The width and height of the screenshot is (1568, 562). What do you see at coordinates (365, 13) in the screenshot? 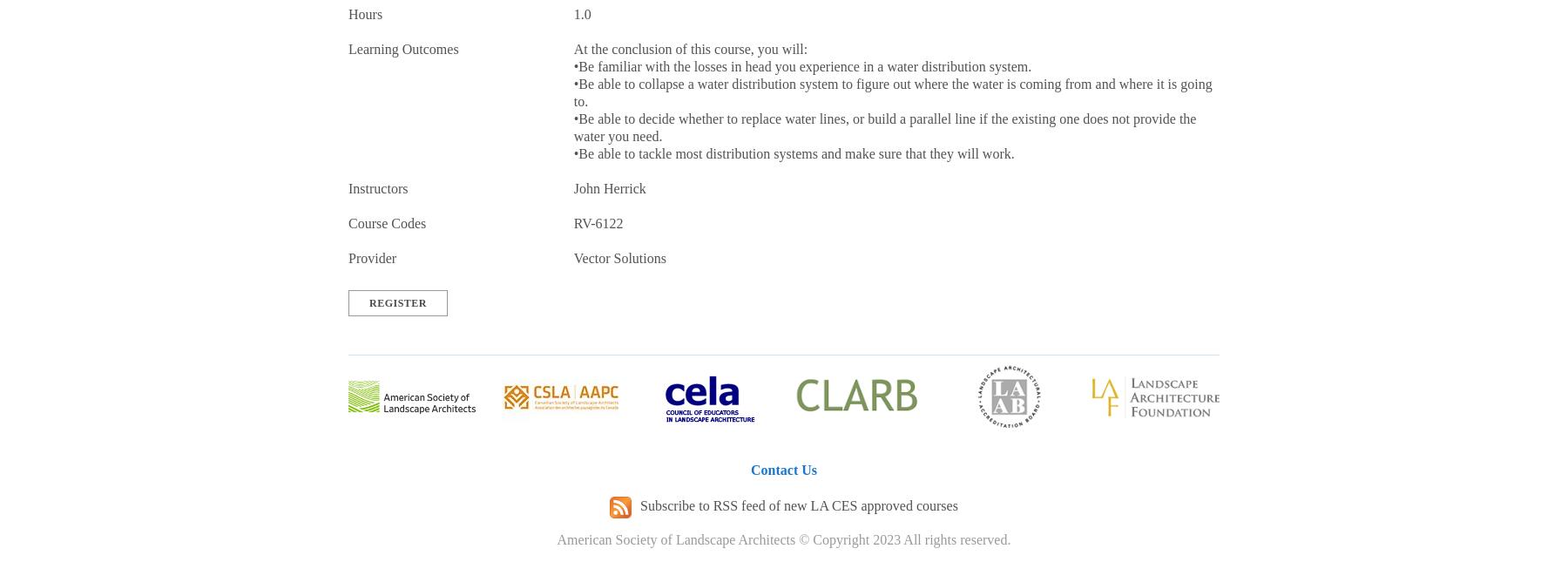
I see `'Hours'` at bounding box center [365, 13].